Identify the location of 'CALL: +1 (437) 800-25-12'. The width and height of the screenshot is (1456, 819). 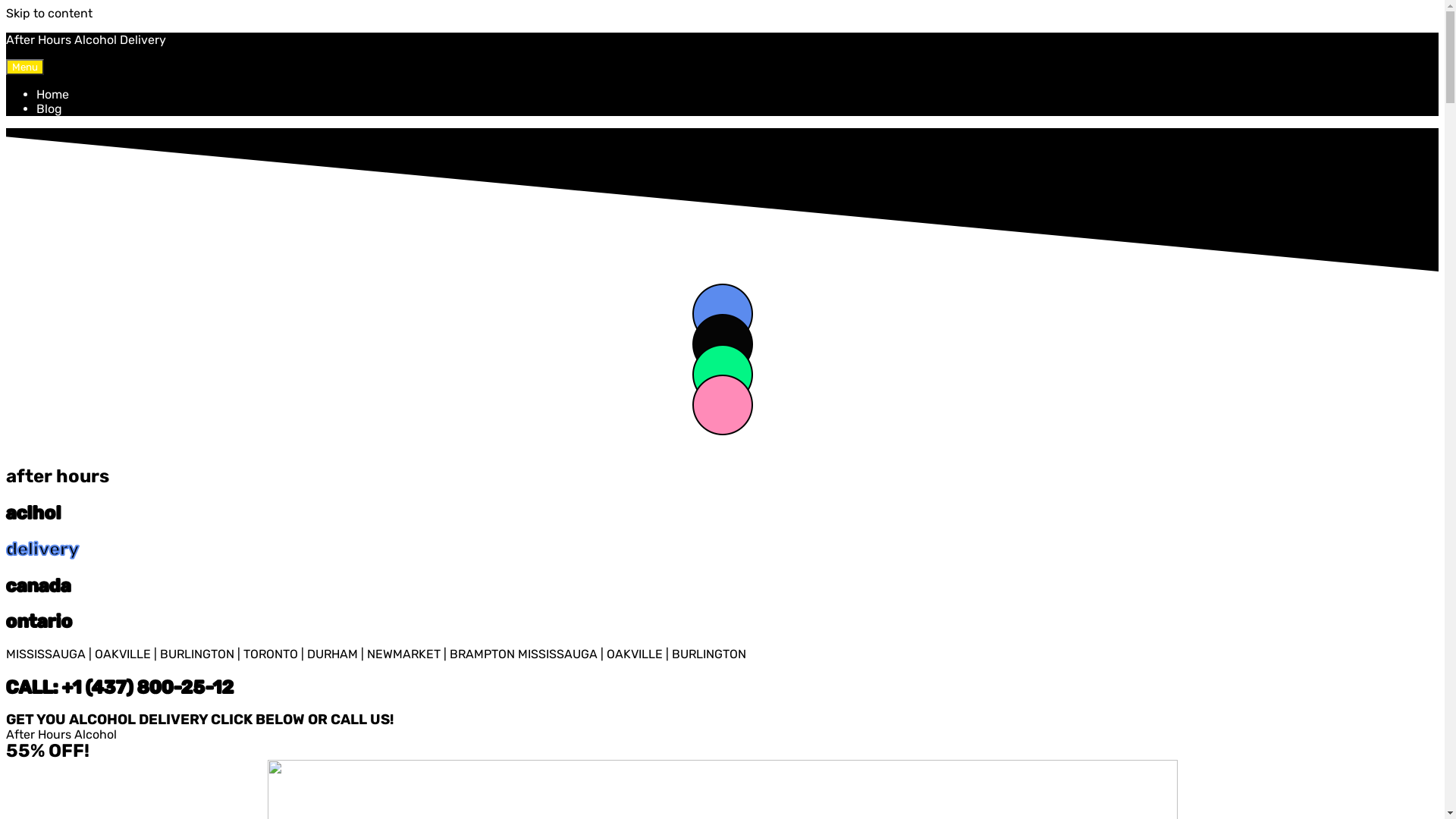
(6, 687).